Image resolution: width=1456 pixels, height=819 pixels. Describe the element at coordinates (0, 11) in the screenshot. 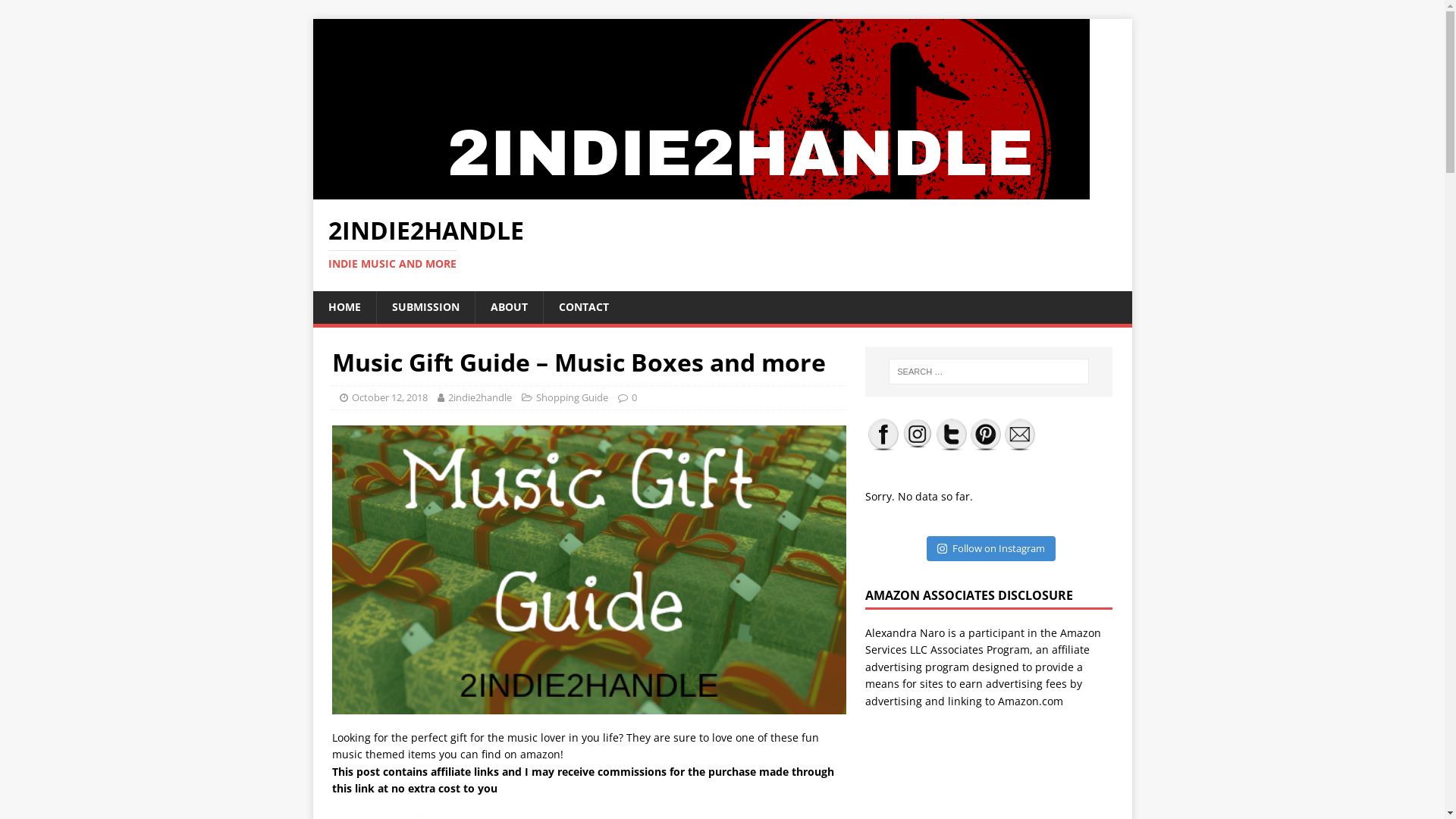

I see `'Search'` at that location.